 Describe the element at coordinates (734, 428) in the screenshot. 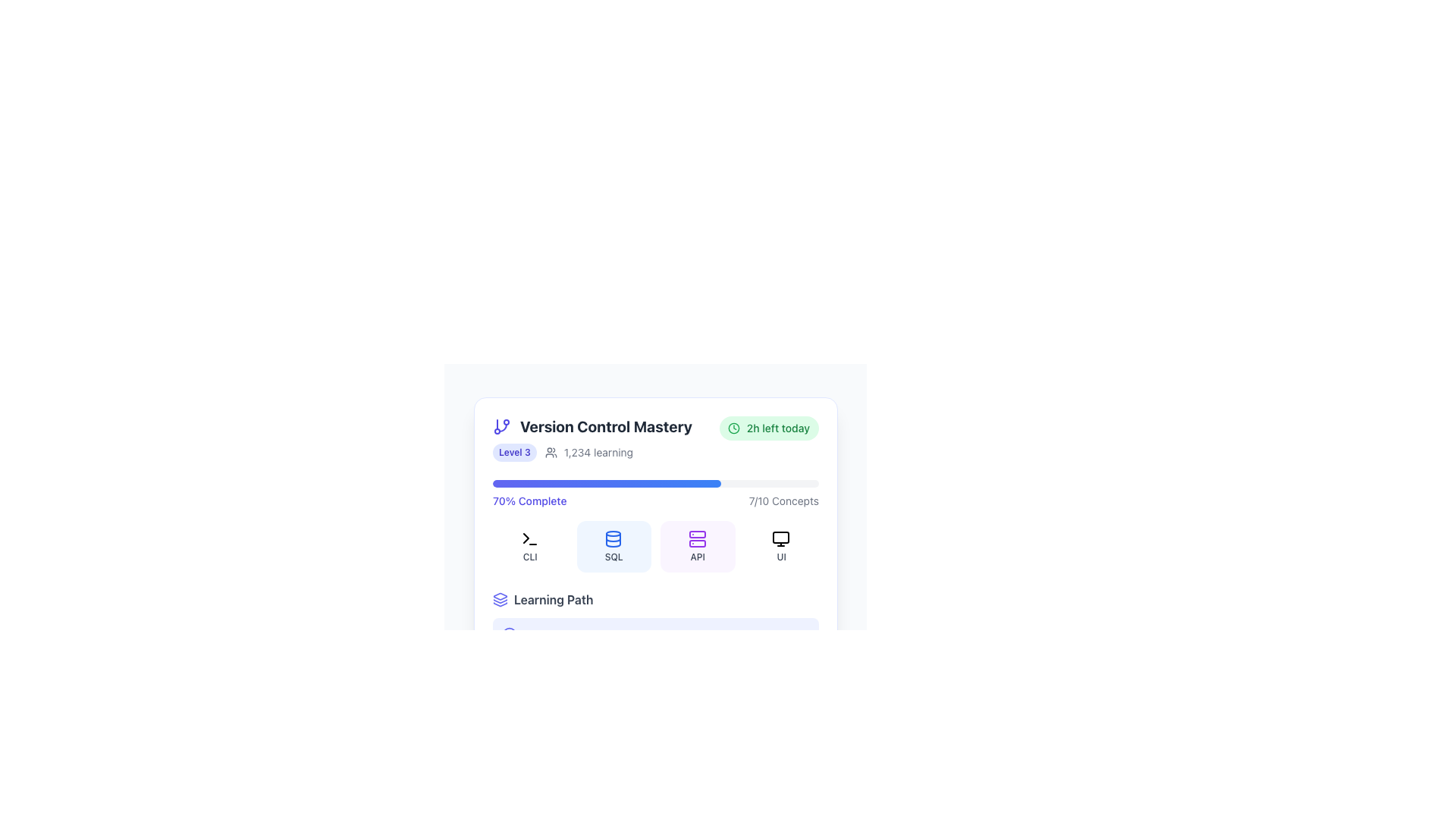

I see `circular border of the clock icon within the SVG graphic, which is located in the top-right corner of a course information card` at that location.